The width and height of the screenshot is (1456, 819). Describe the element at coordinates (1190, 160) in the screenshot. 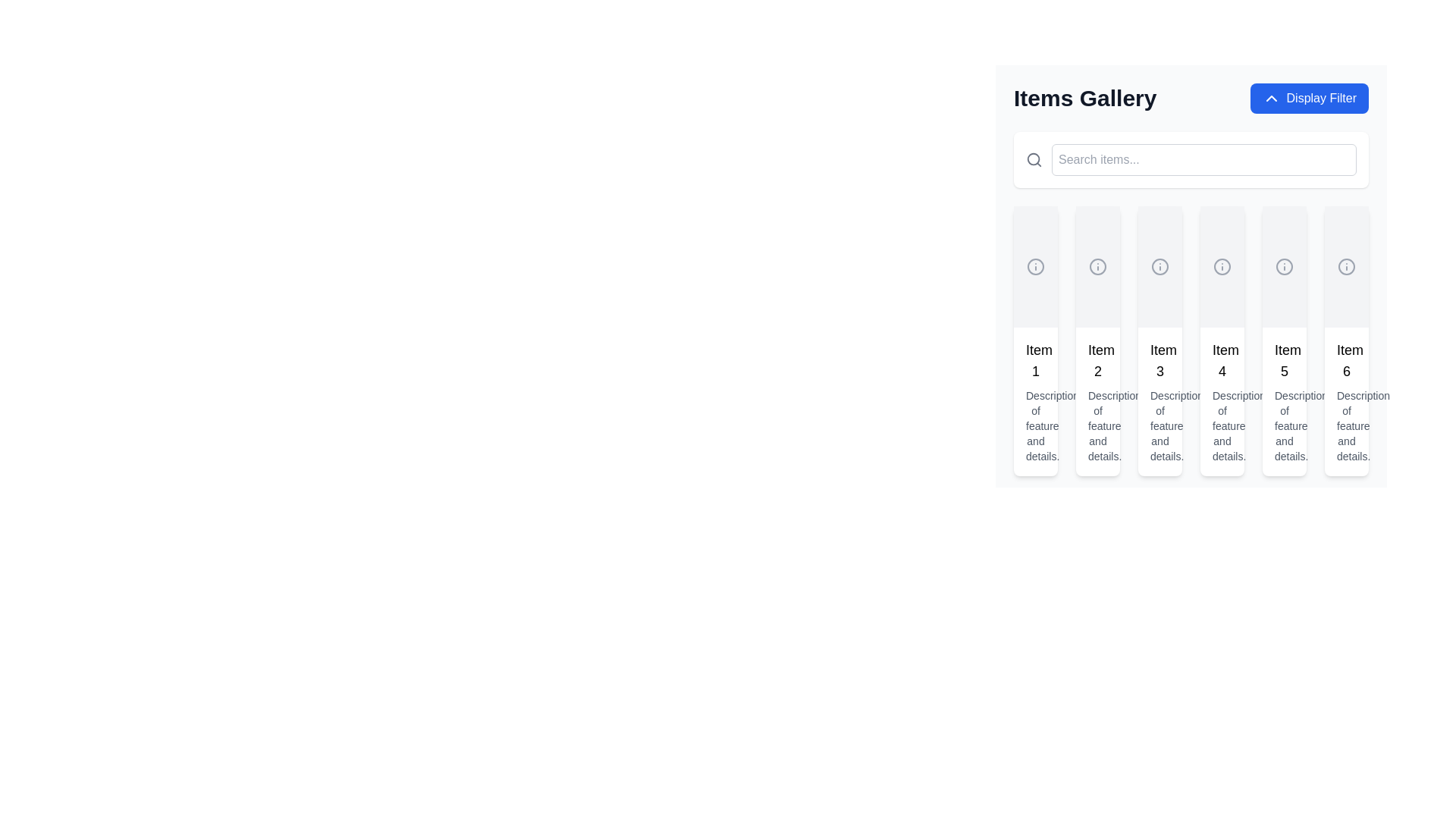

I see `the placeholder of the search bar located below the 'Items Gallery' heading` at that location.